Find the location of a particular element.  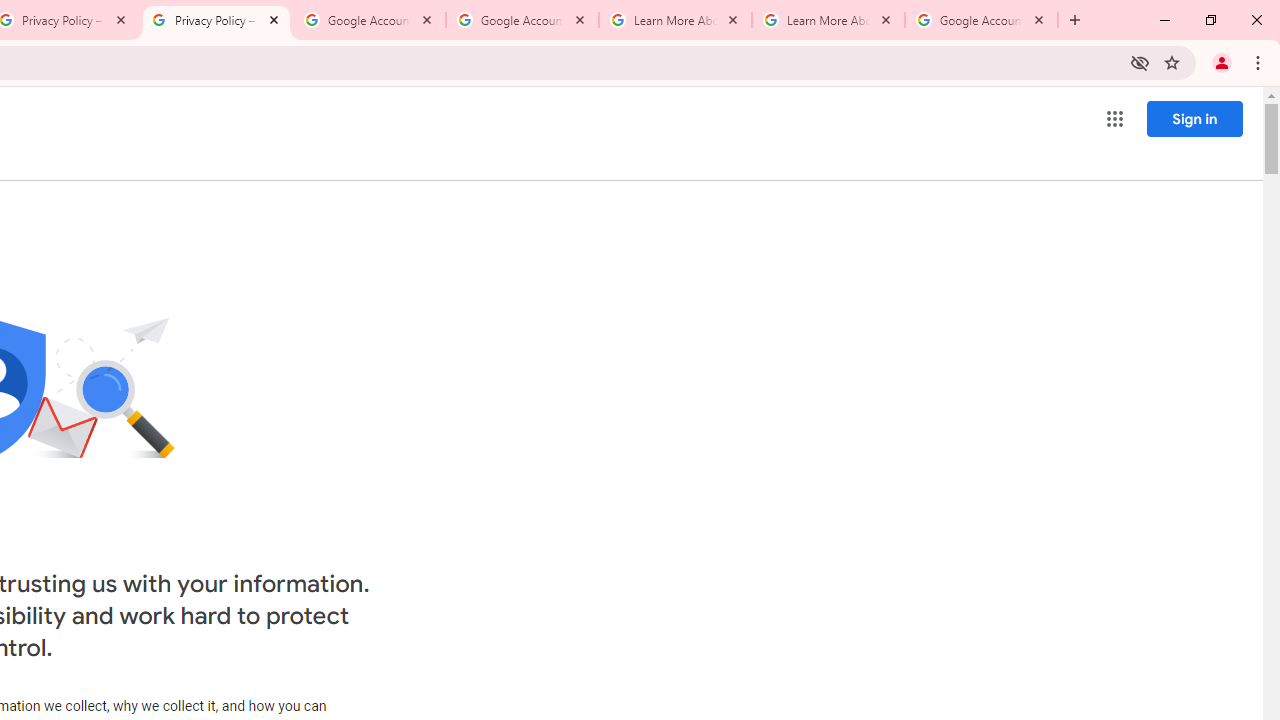

'Google Account' is located at coordinates (981, 20).